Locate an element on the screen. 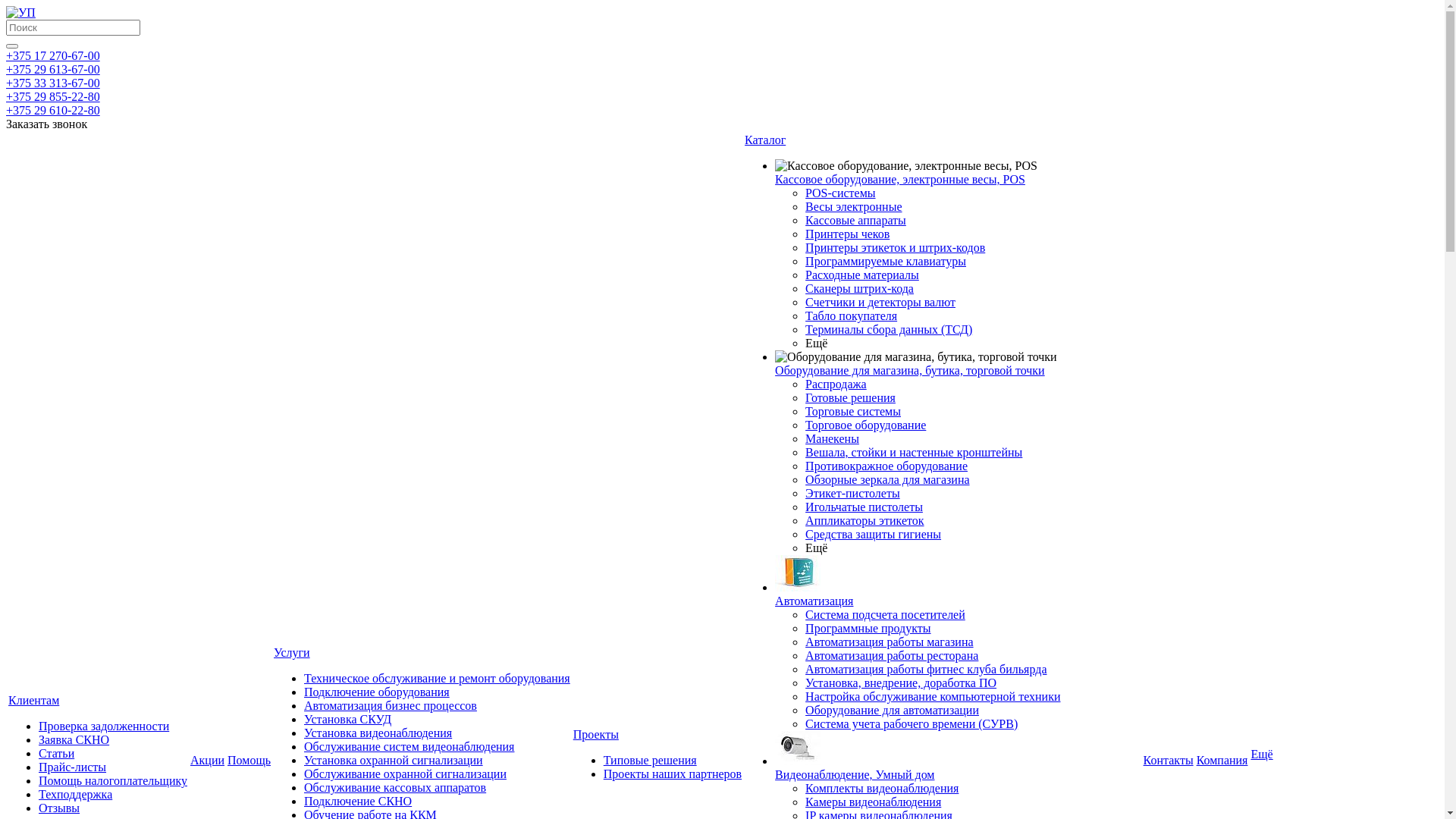 The height and width of the screenshot is (819, 1456). '+375 29 610-22-80' is located at coordinates (6, 109).